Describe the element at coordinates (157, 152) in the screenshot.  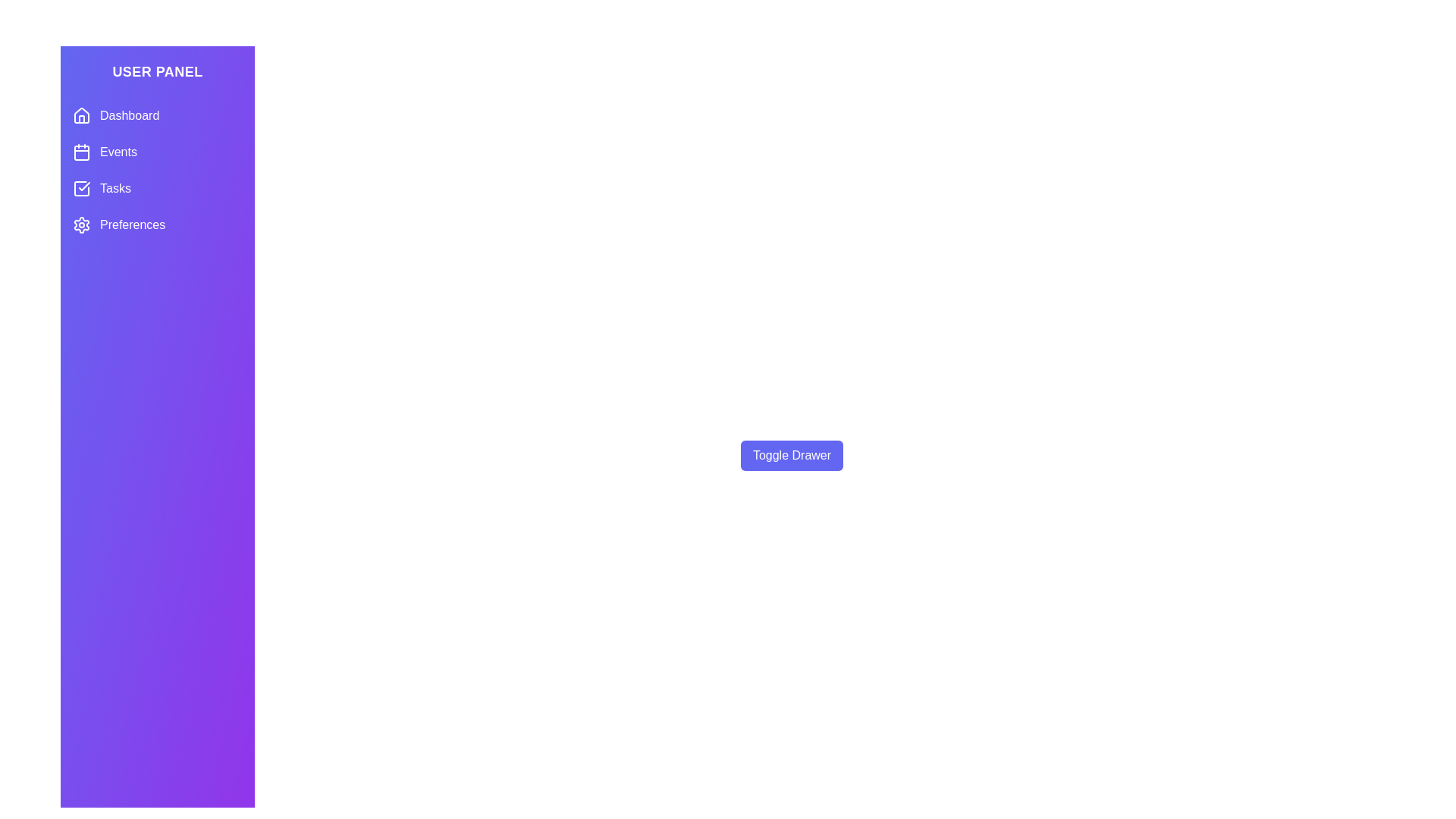
I see `the menu item Events from the menu` at that location.